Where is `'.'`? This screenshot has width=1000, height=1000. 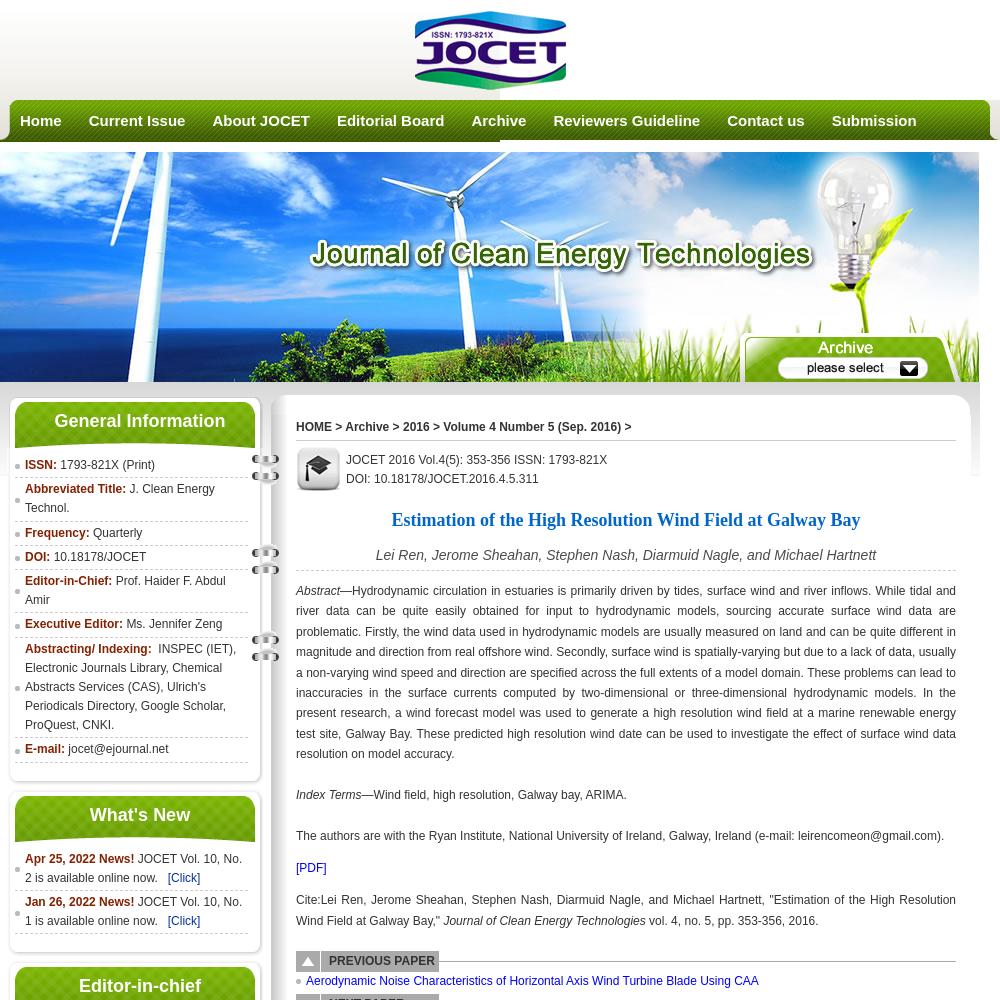 '.' is located at coordinates (111, 724).